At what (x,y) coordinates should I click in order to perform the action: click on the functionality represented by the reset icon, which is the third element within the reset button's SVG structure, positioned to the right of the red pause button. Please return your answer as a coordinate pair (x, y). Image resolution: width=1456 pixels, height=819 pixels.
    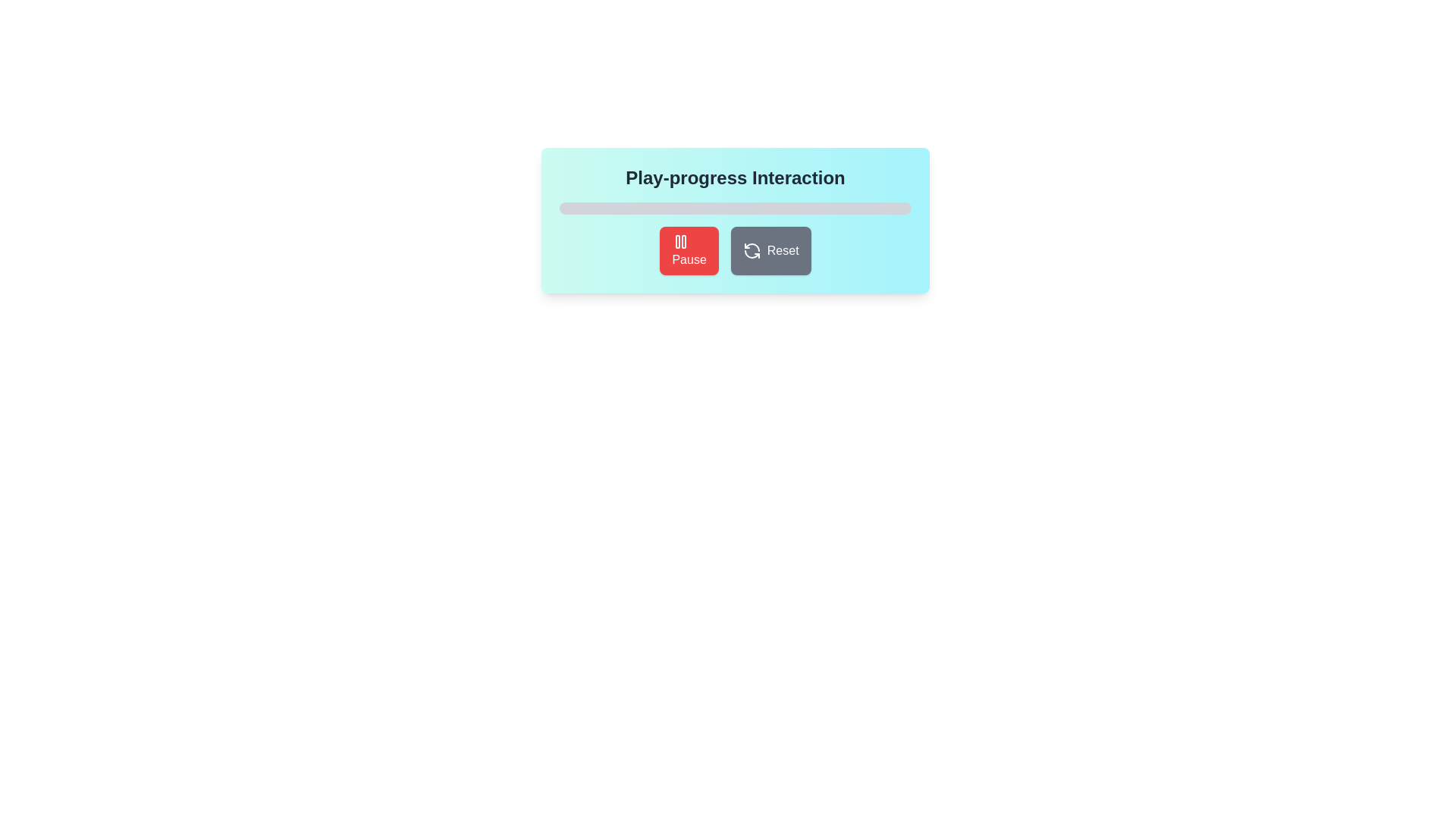
    Looking at the image, I should click on (752, 253).